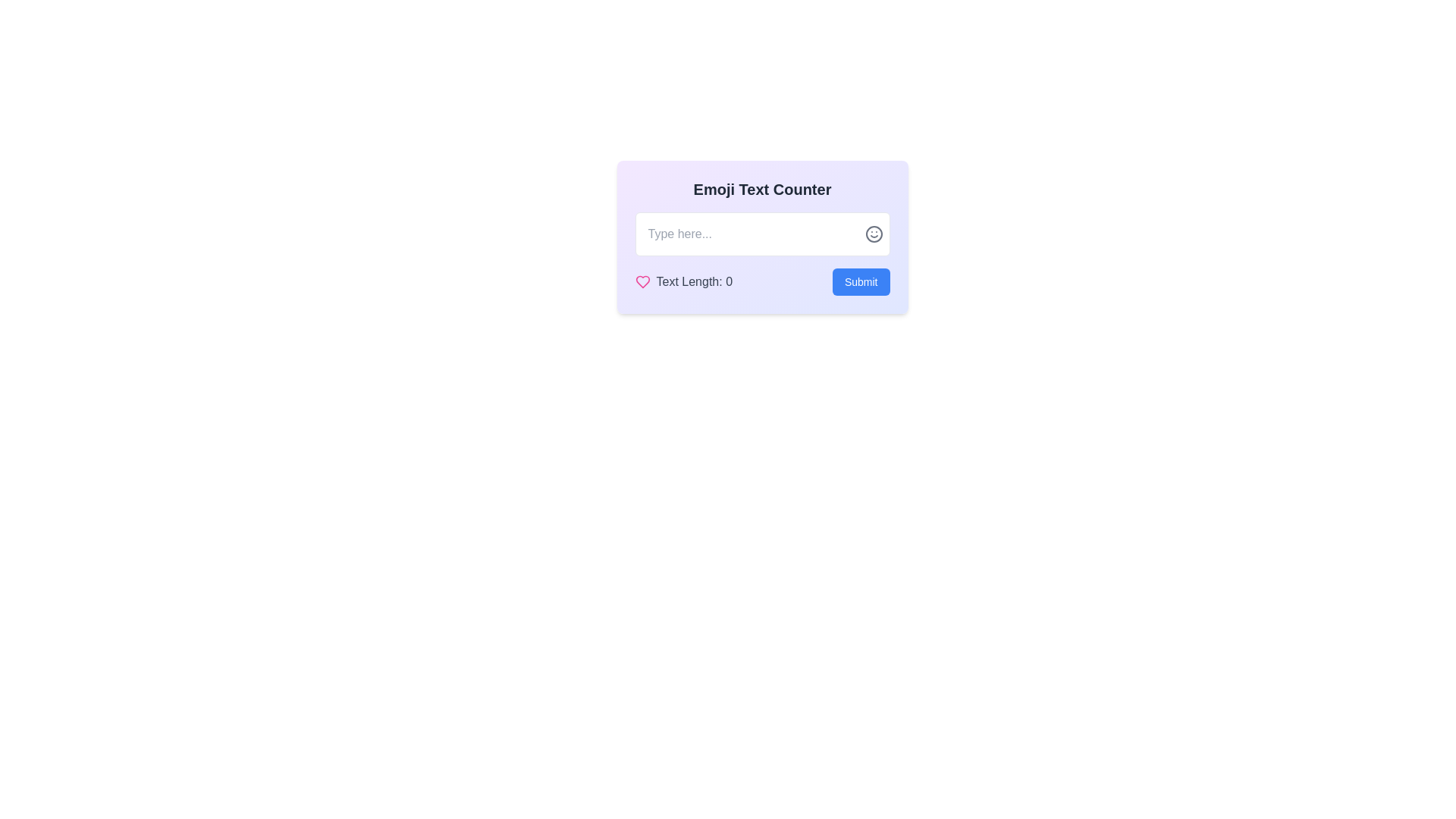  Describe the element at coordinates (762, 237) in the screenshot. I see `structure of the input field within the purple gradient card titled 'Emoji Text Counter', located in the center of the card, below the title and above the footer elements` at that location.